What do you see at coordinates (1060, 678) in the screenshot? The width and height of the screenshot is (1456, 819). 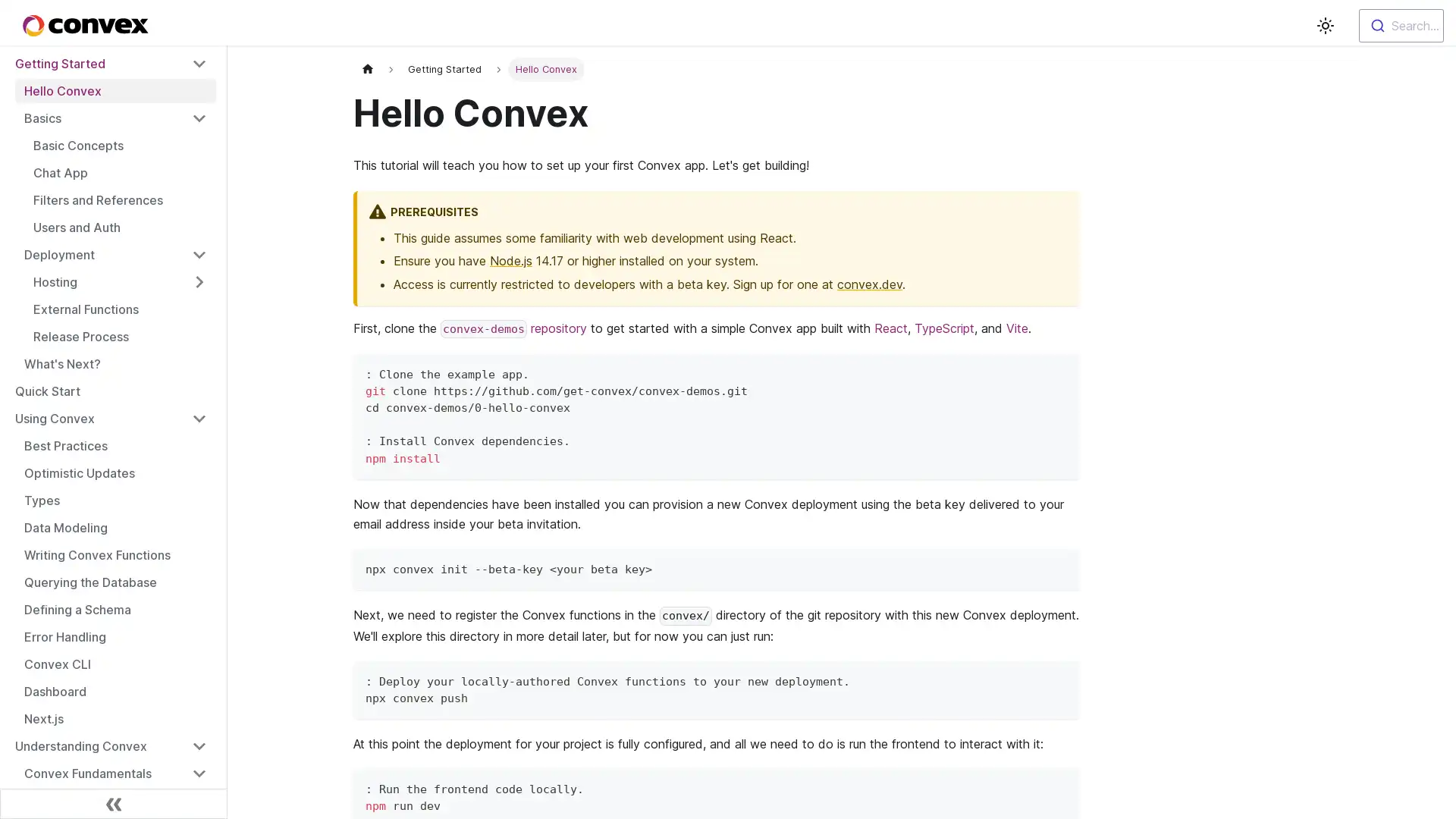 I see `Copy code to clipboard` at bounding box center [1060, 678].